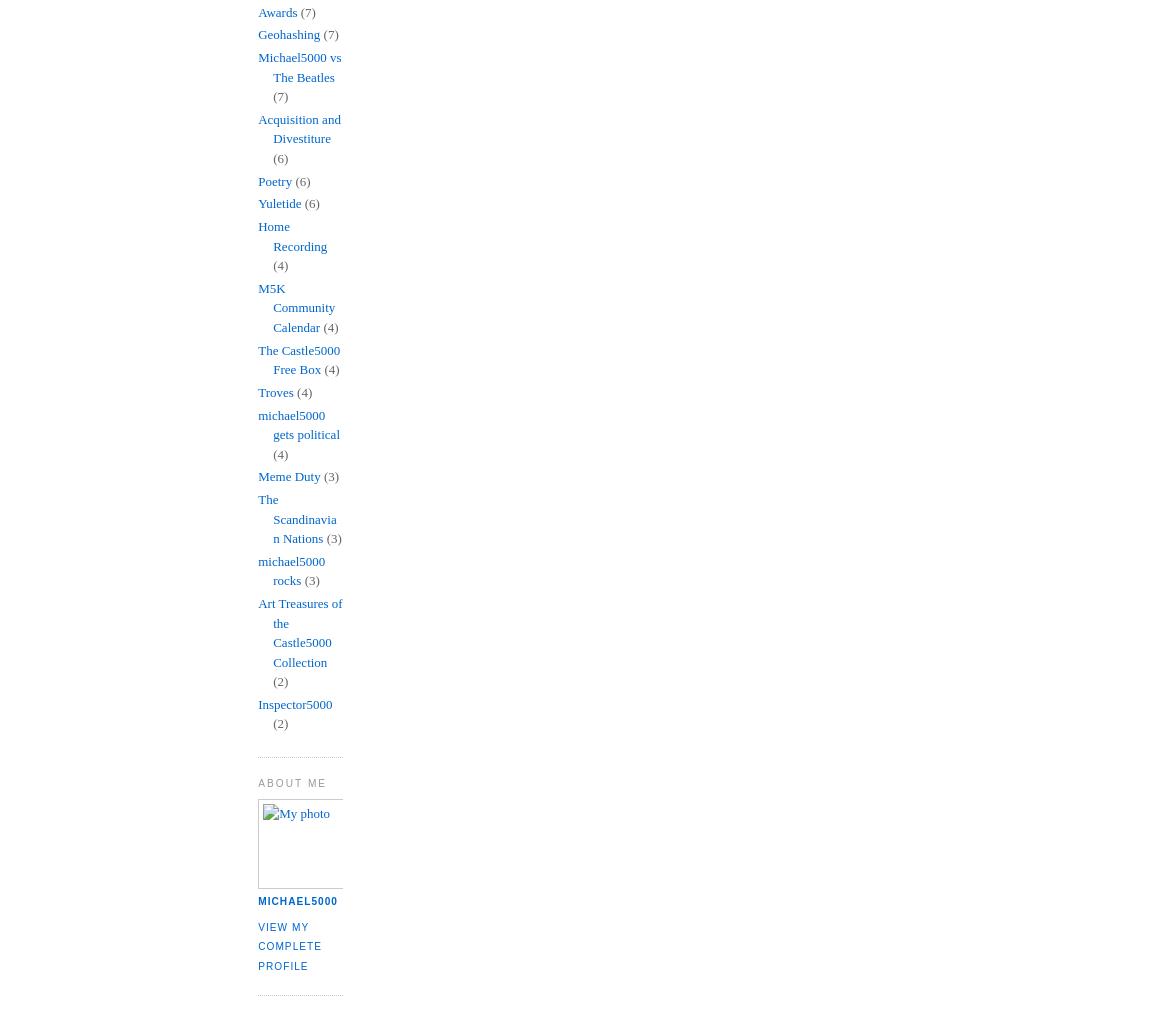 The height and width of the screenshot is (1036, 1176). Describe the element at coordinates (292, 783) in the screenshot. I see `'About Me'` at that location.